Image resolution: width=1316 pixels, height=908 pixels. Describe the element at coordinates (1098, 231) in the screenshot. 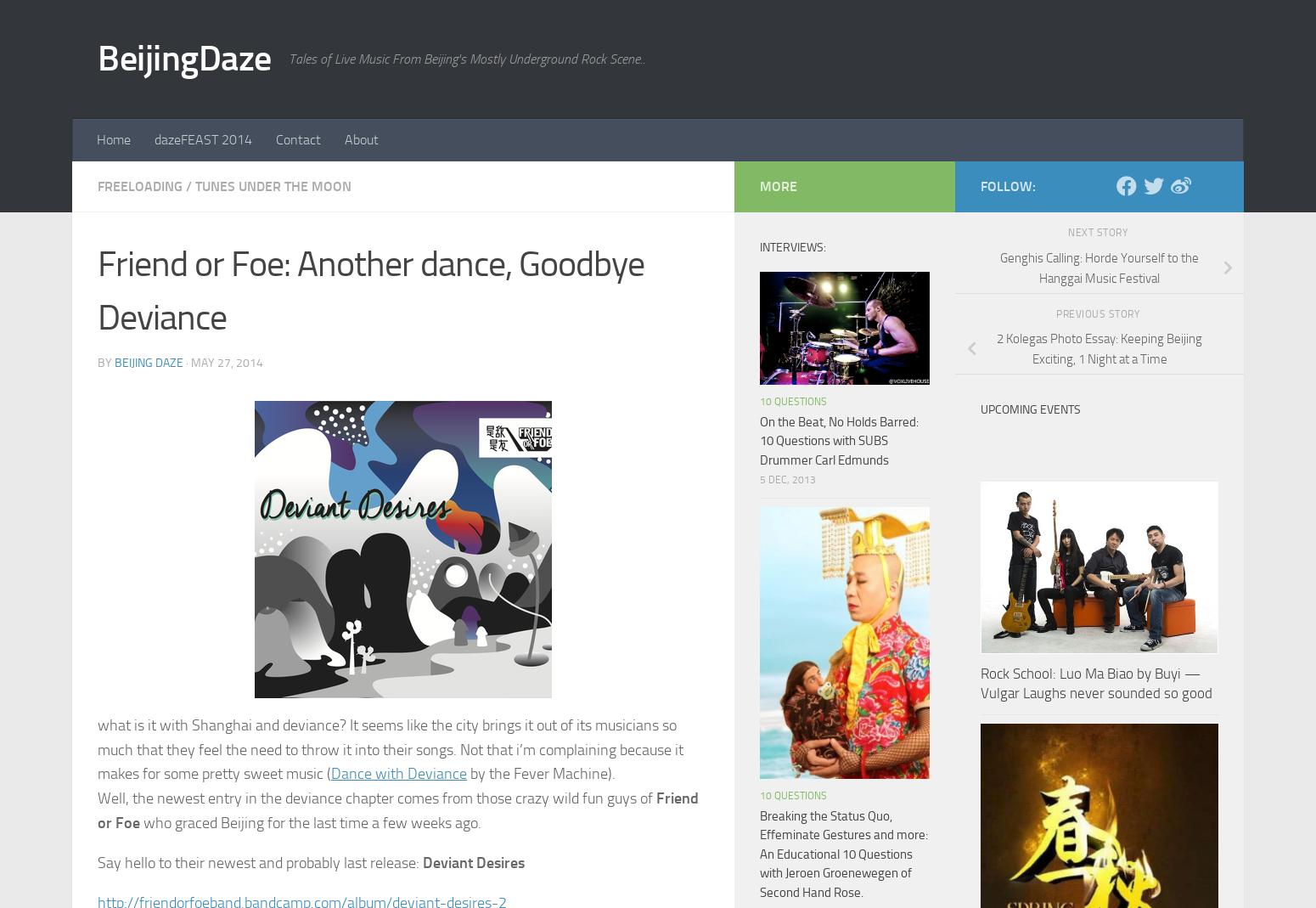

I see `'Next story'` at that location.